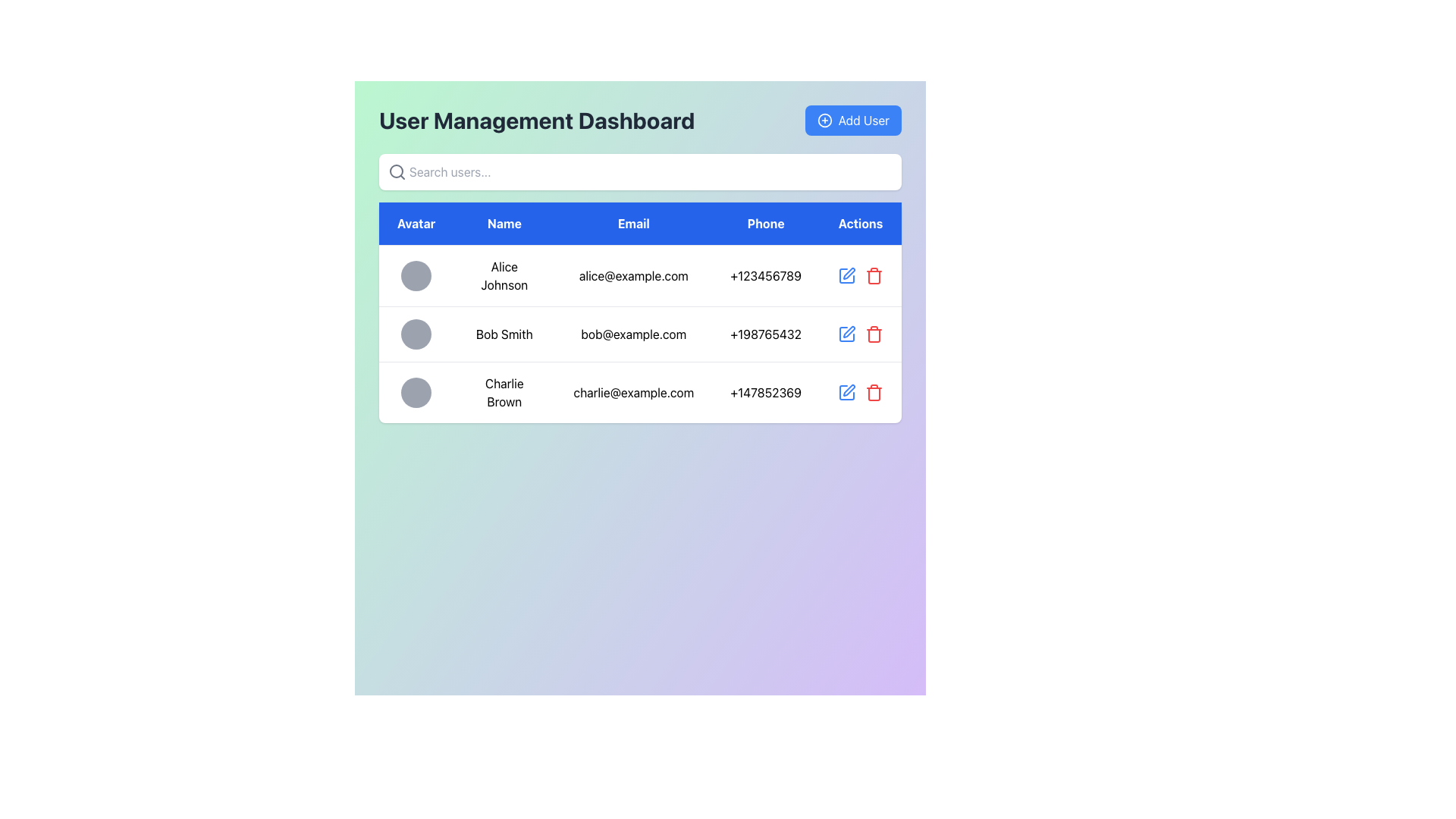 The height and width of the screenshot is (819, 1456). Describe the element at coordinates (848, 274) in the screenshot. I see `the pen icon button in the 'Actions' column of the user management dashboard` at that location.